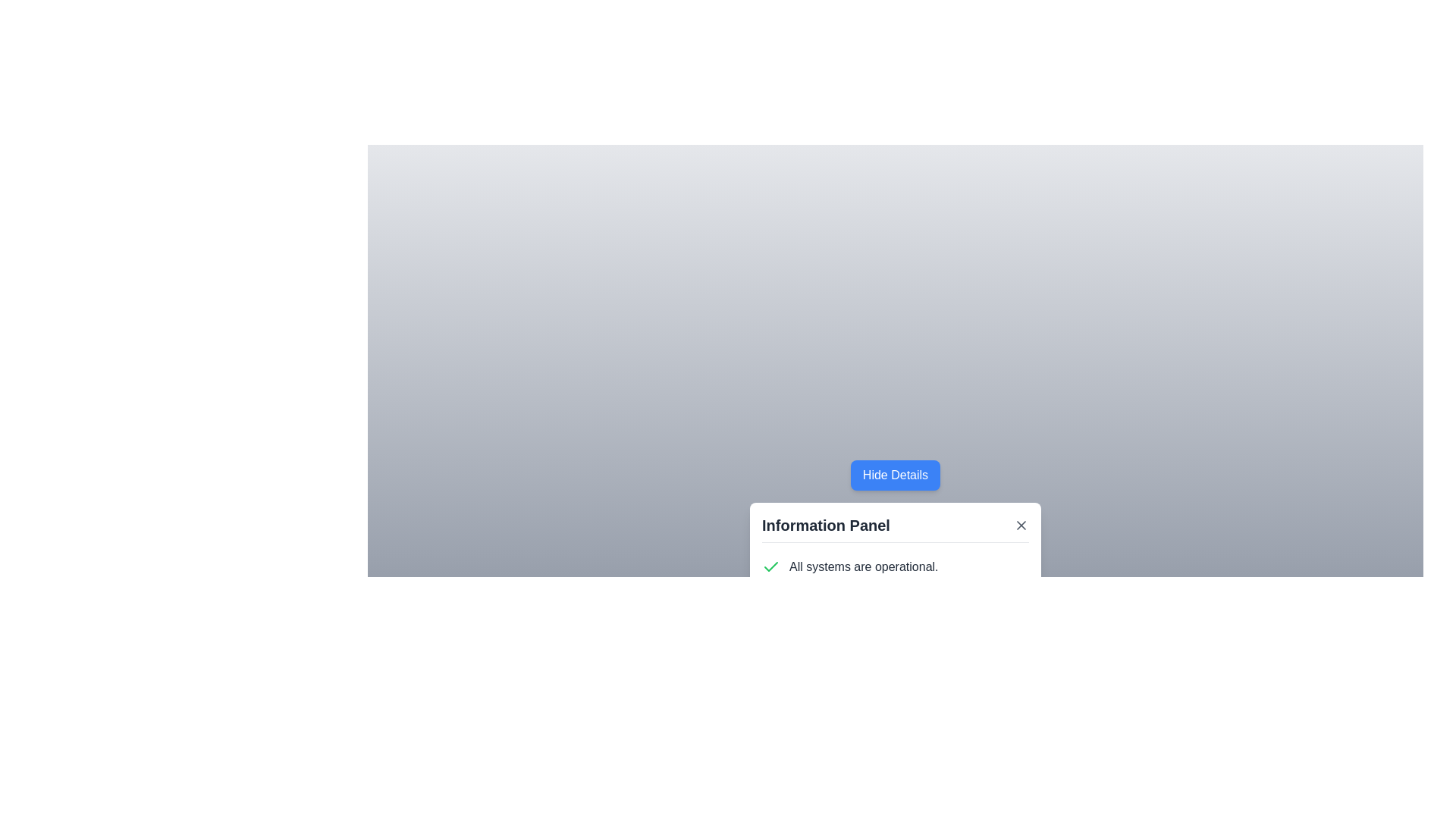 The image size is (1456, 819). What do you see at coordinates (1021, 523) in the screenshot?
I see `the close button icon, which is a small 'X' icon located on the far right side of the Information Panel, to change its color to red` at bounding box center [1021, 523].